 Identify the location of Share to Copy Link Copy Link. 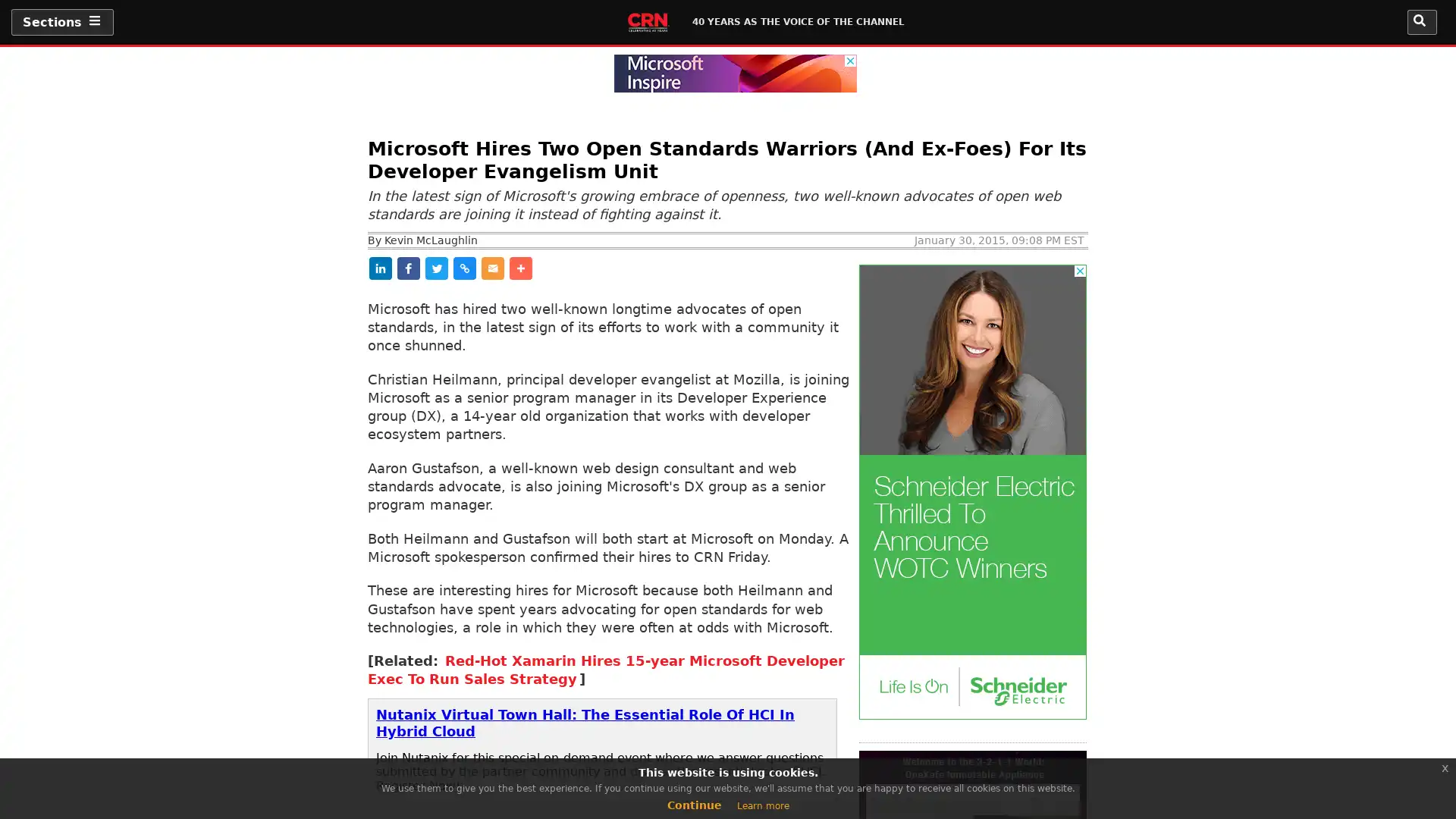
(634, 267).